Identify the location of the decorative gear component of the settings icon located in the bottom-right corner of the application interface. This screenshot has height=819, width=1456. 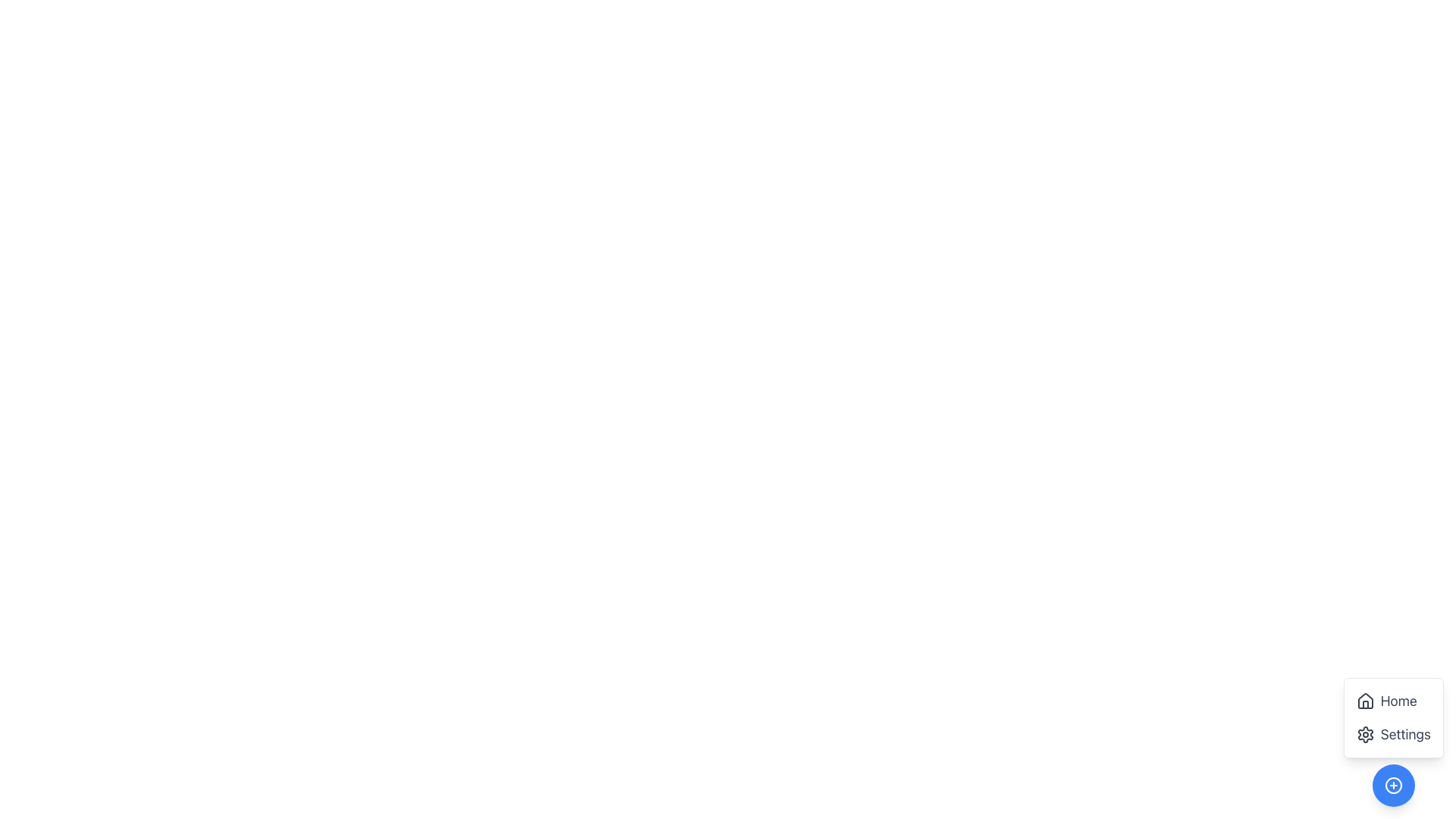
(1365, 733).